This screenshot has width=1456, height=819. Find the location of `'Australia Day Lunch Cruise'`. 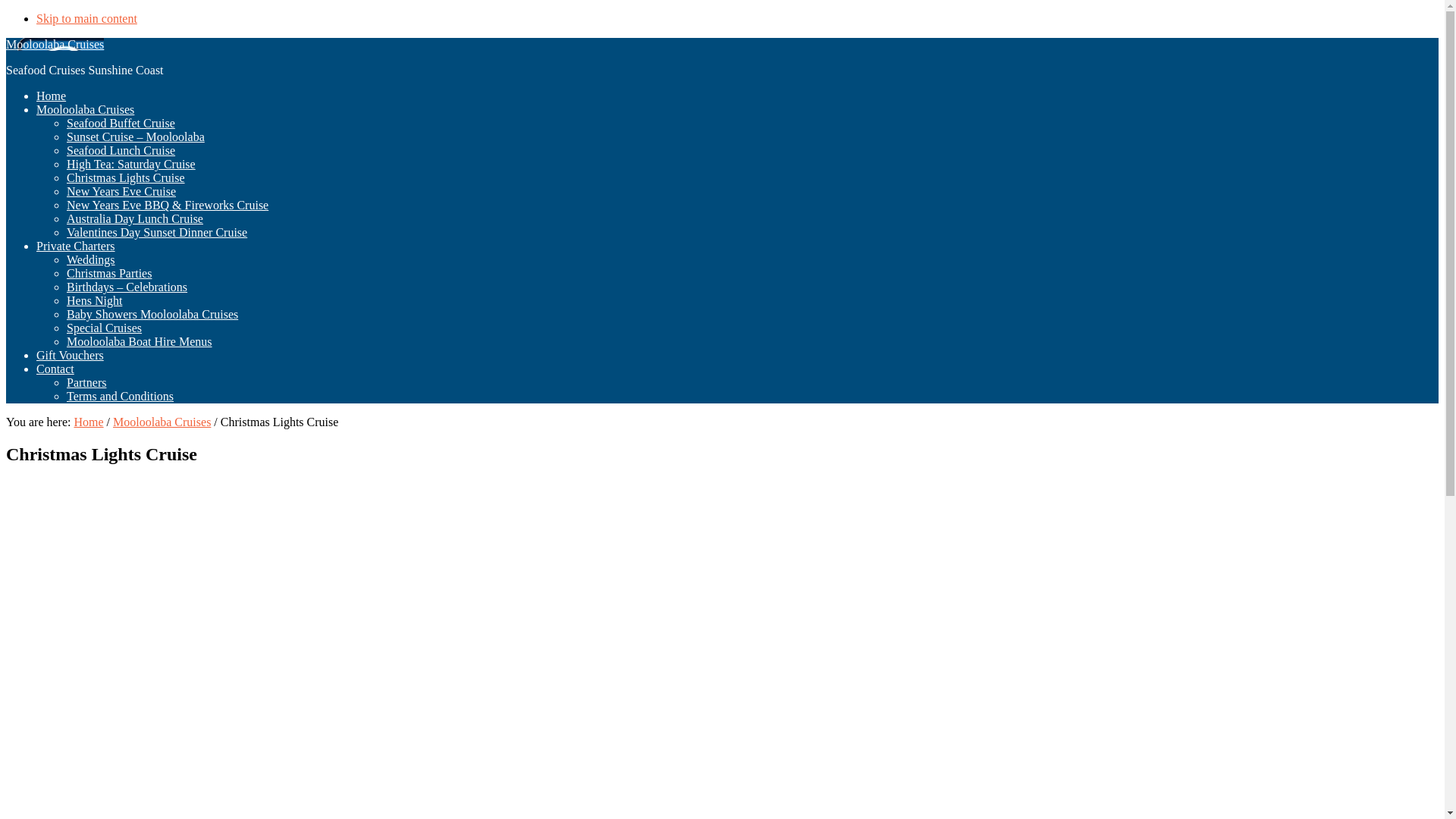

'Australia Day Lunch Cruise' is located at coordinates (65, 218).